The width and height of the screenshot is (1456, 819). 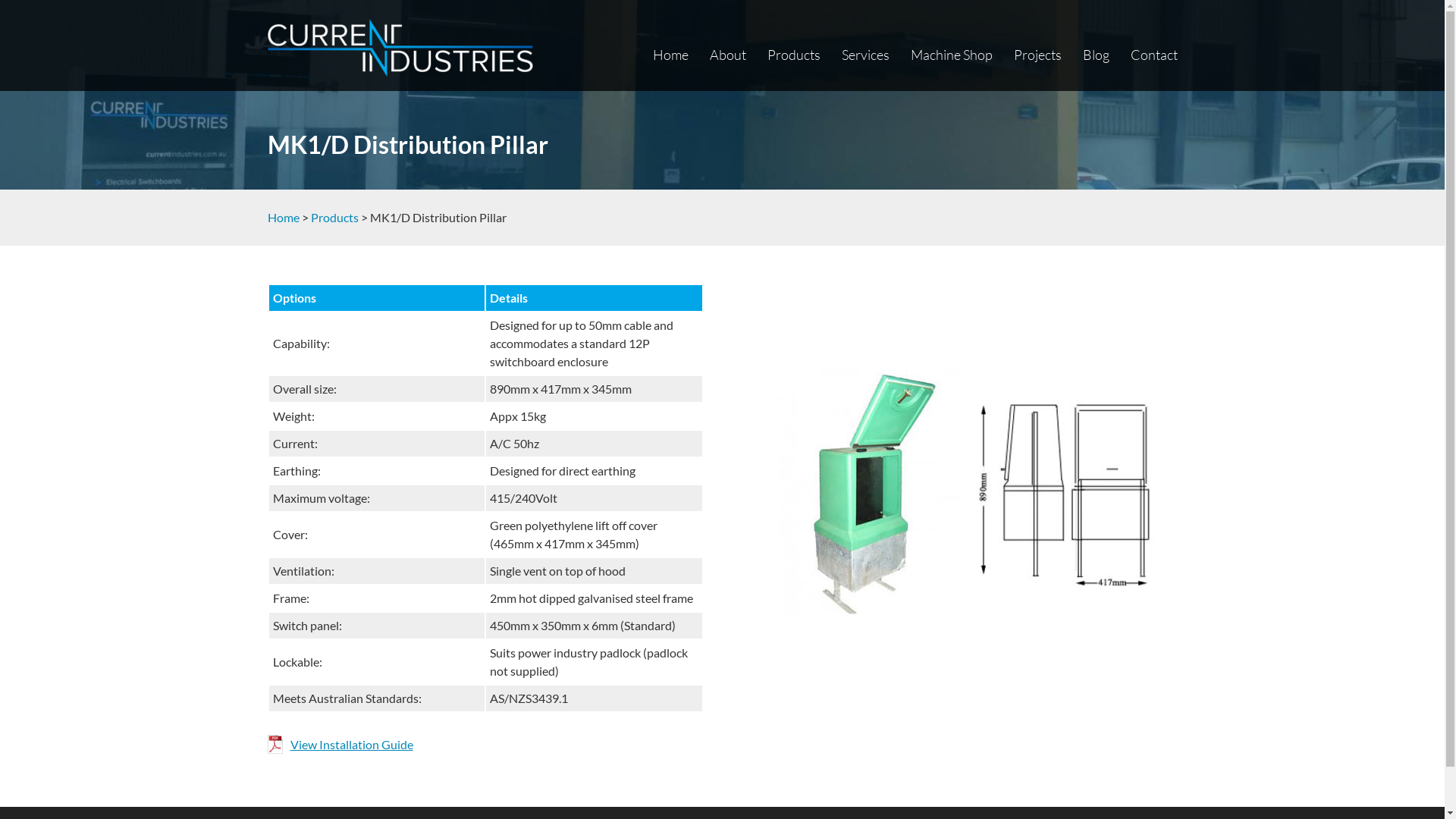 I want to click on 'Contact', so click(x=1153, y=54).